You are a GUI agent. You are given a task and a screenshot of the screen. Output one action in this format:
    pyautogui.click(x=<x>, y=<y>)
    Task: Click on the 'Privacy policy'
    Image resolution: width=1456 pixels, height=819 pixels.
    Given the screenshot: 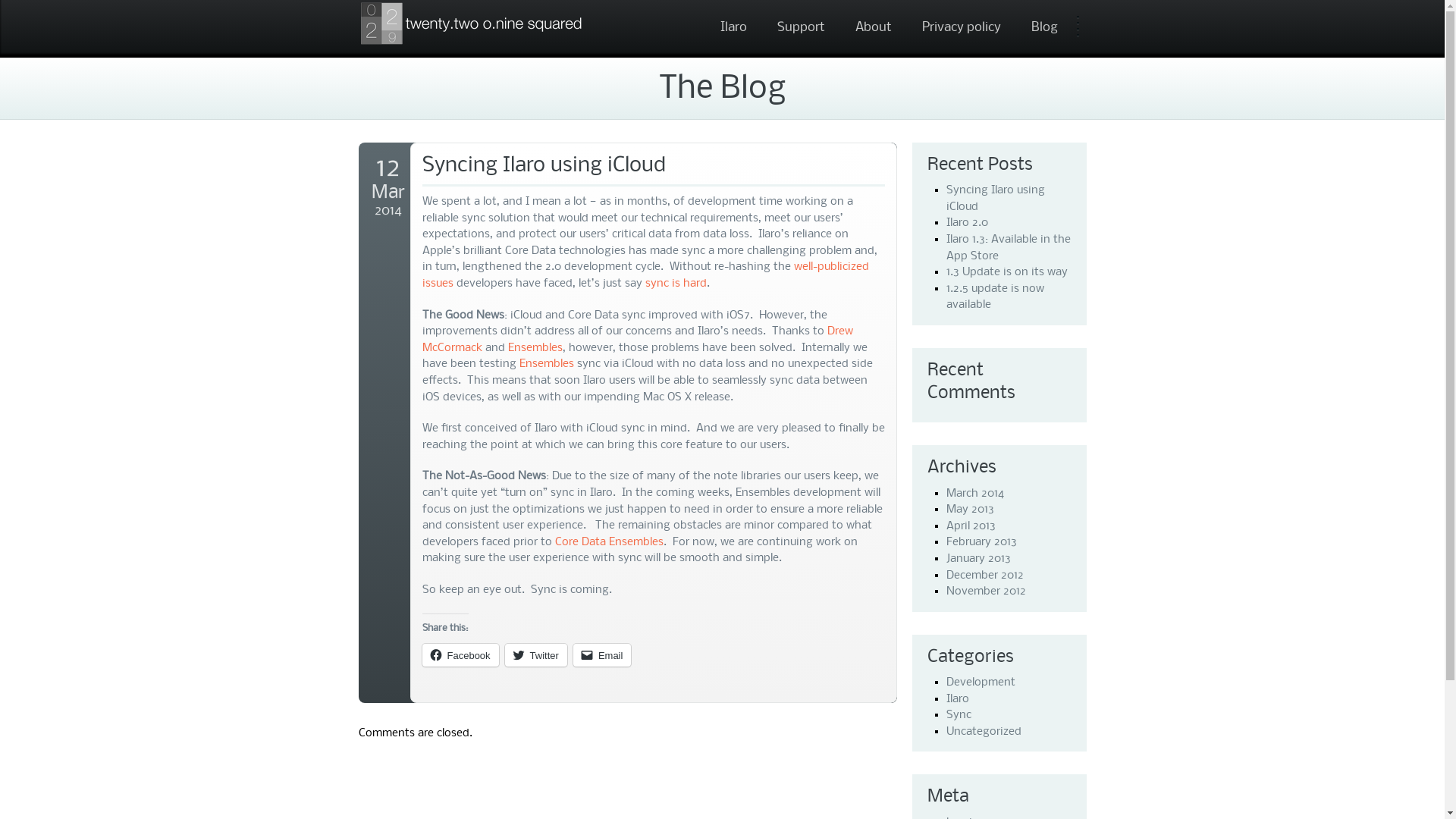 What is the action you would take?
    pyautogui.click(x=960, y=27)
    